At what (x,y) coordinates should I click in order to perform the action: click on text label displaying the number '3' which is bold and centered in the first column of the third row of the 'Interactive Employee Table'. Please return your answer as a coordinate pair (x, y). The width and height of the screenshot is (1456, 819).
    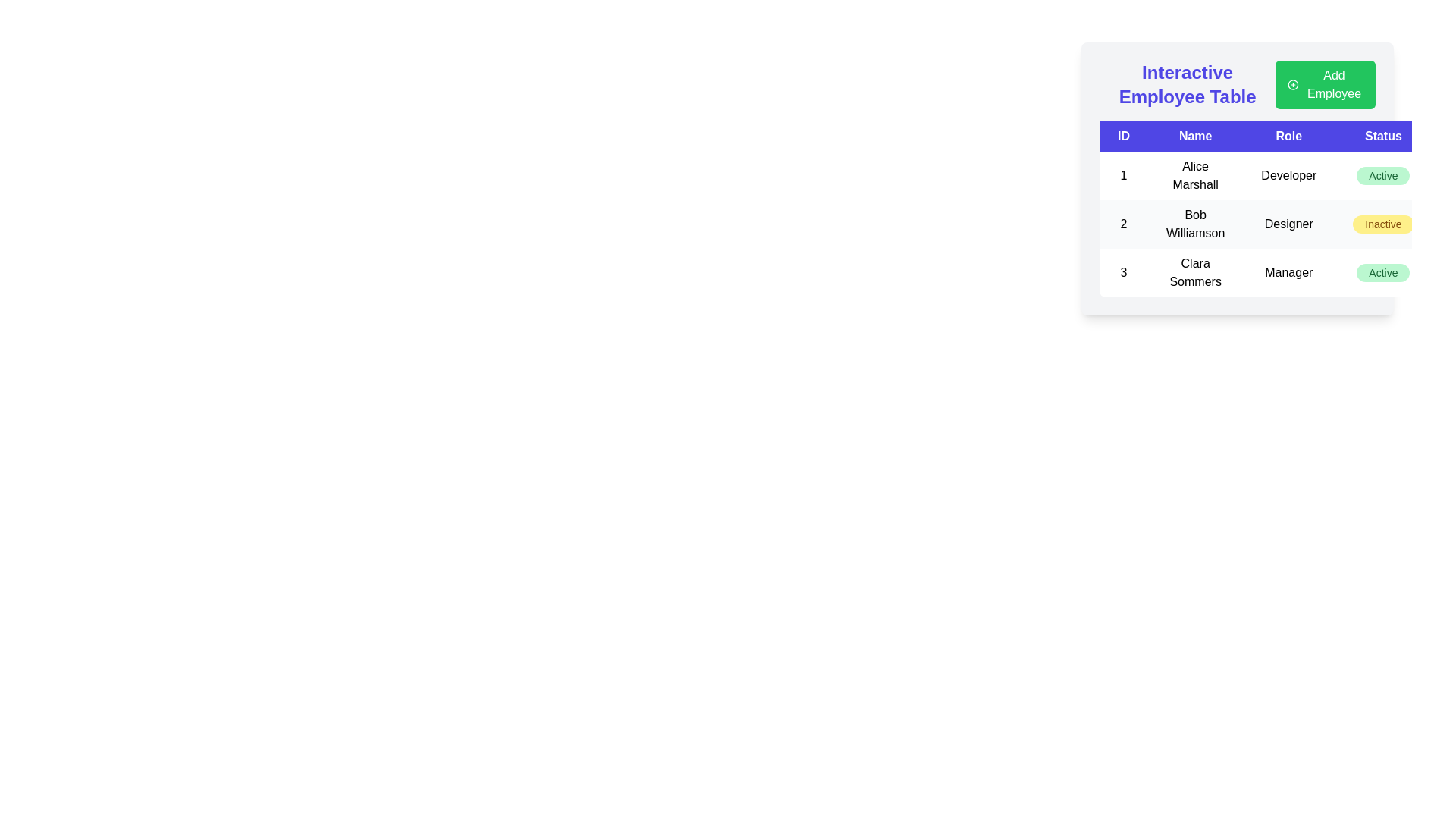
    Looking at the image, I should click on (1124, 271).